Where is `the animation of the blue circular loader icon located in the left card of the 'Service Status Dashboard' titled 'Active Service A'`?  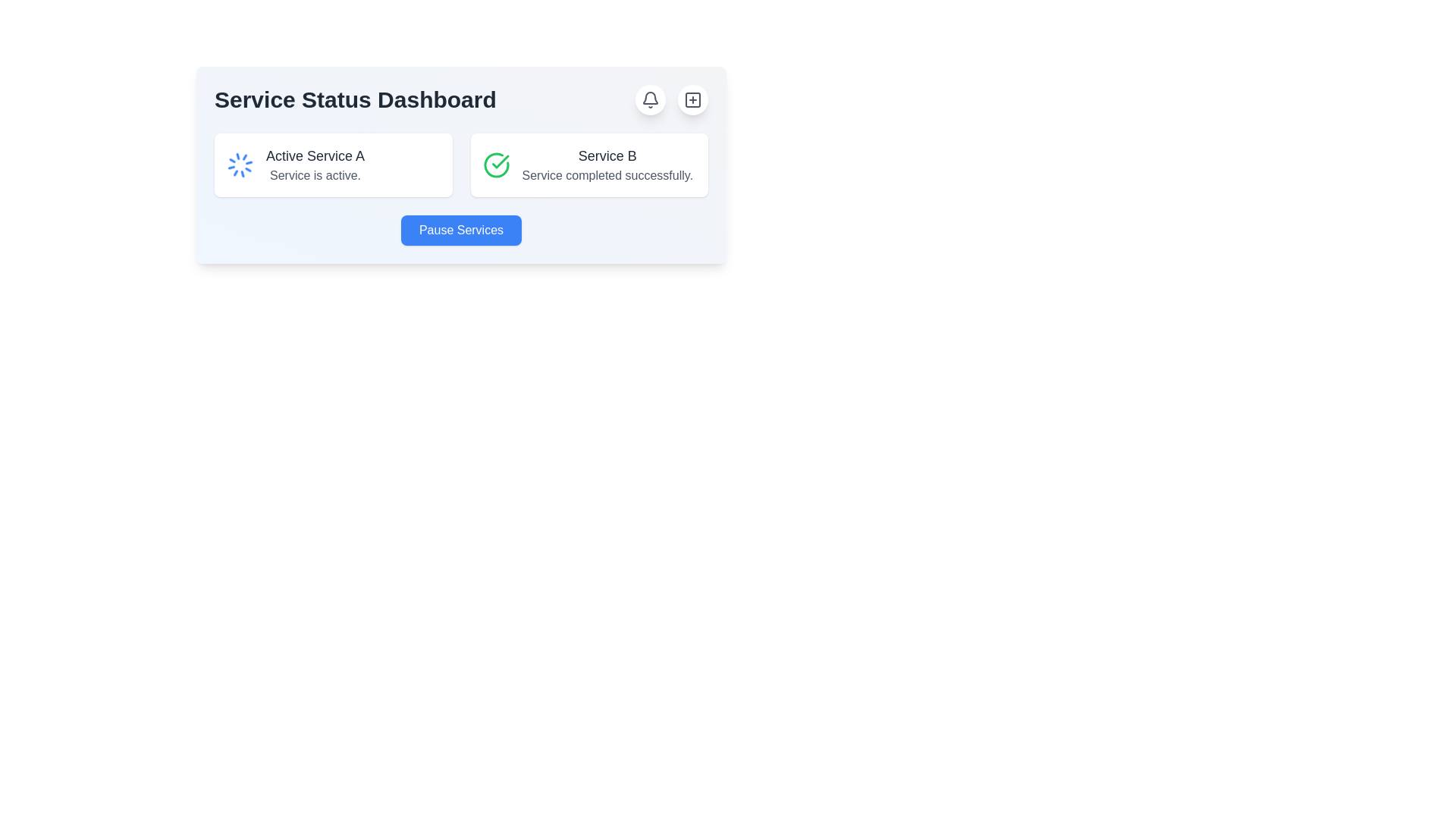
the animation of the blue circular loader icon located in the left card of the 'Service Status Dashboard' titled 'Active Service A' is located at coordinates (239, 165).